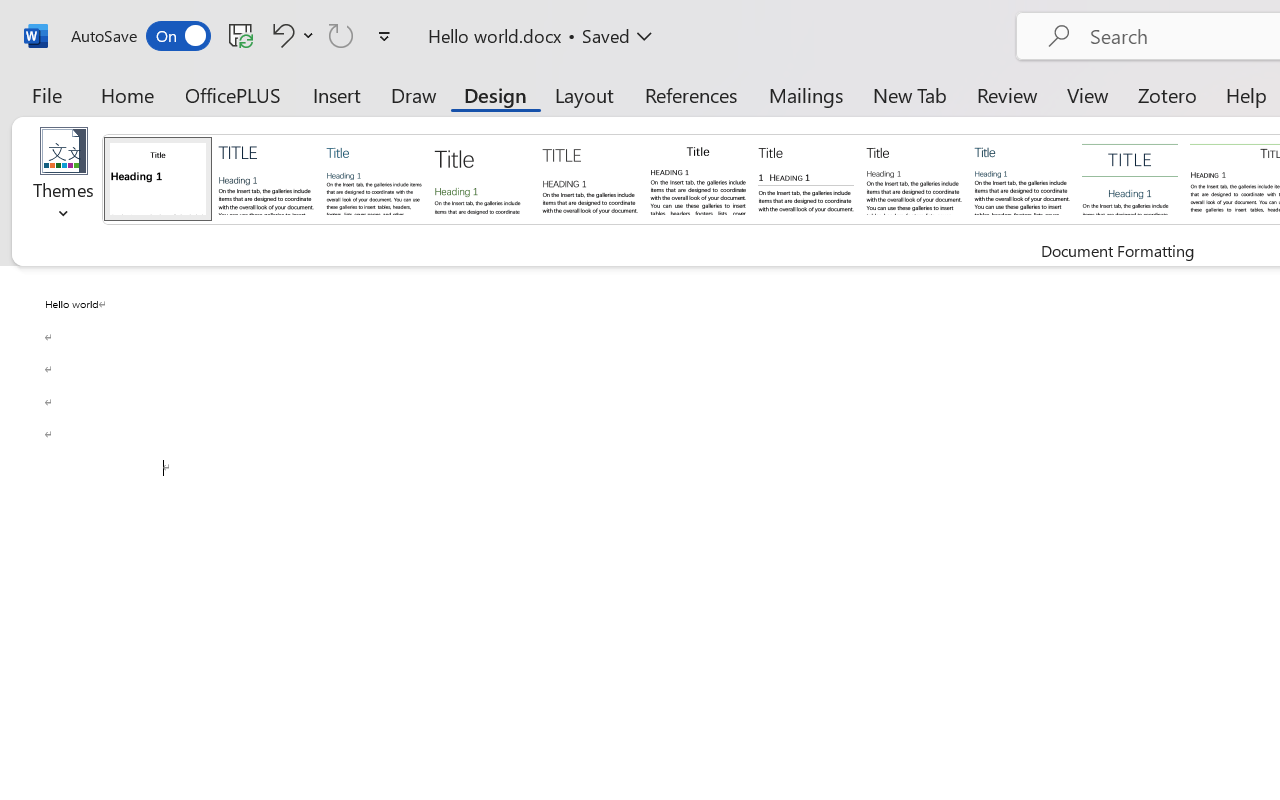 Image resolution: width=1280 pixels, height=800 pixels. Describe the element at coordinates (384, 35) in the screenshot. I see `'Customize Quick Access Toolbar'` at that location.